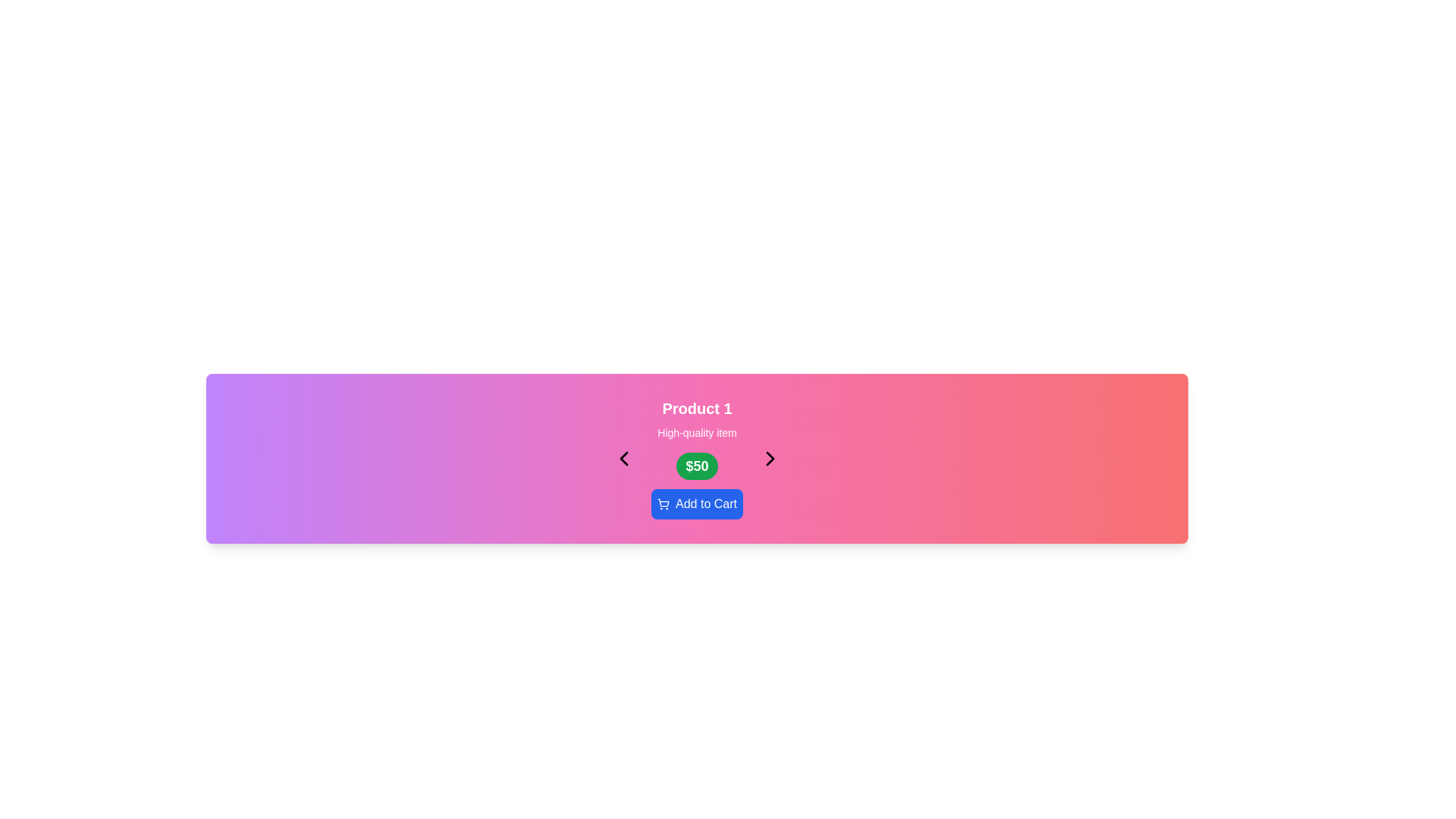  I want to click on text content of the 'Add to Cart' button, which is styled with padding and rounded corners and located to the right of a shopping cart icon, so click(705, 504).